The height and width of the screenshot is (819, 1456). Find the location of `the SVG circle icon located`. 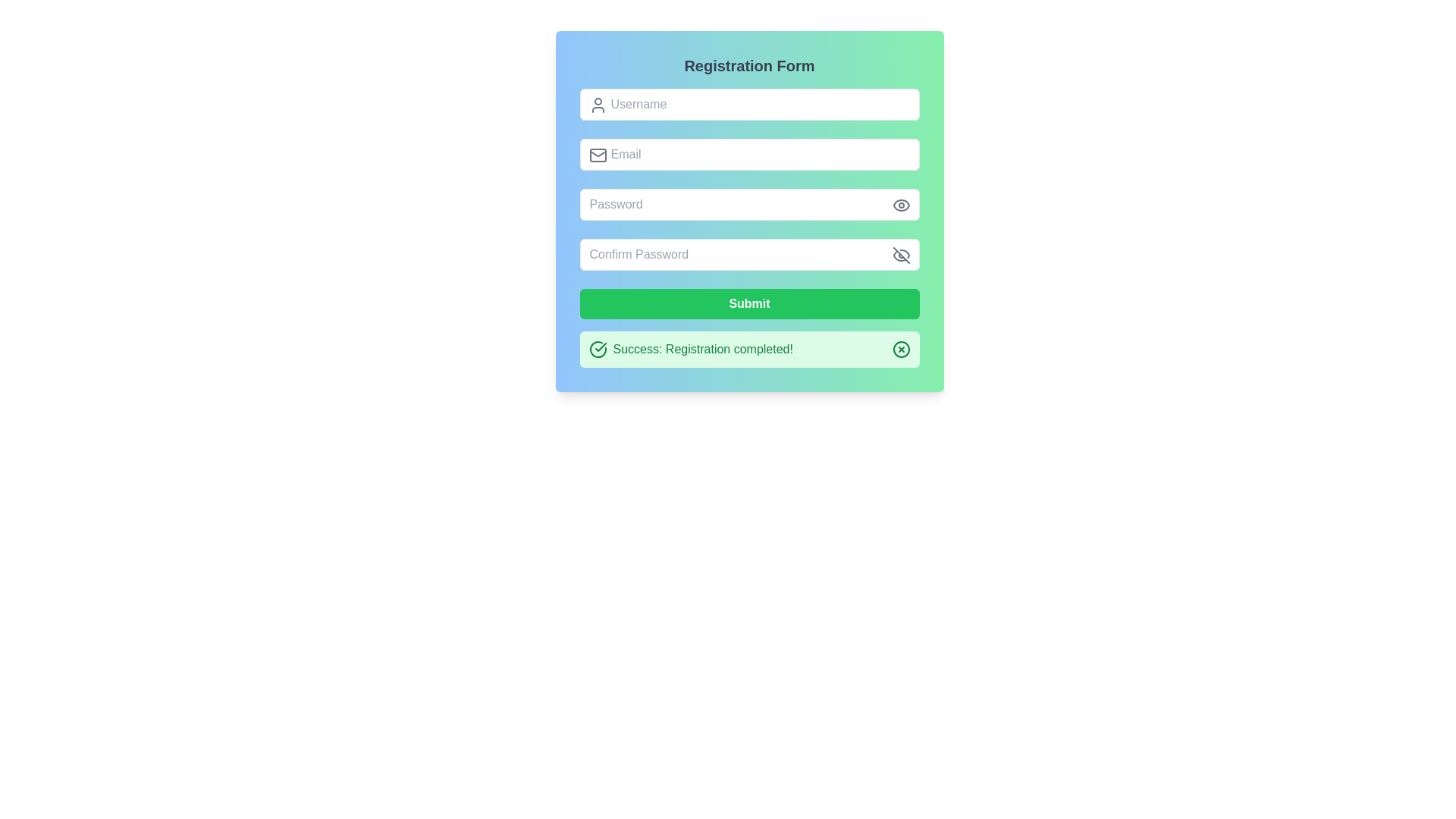

the SVG circle icon located is located at coordinates (901, 350).